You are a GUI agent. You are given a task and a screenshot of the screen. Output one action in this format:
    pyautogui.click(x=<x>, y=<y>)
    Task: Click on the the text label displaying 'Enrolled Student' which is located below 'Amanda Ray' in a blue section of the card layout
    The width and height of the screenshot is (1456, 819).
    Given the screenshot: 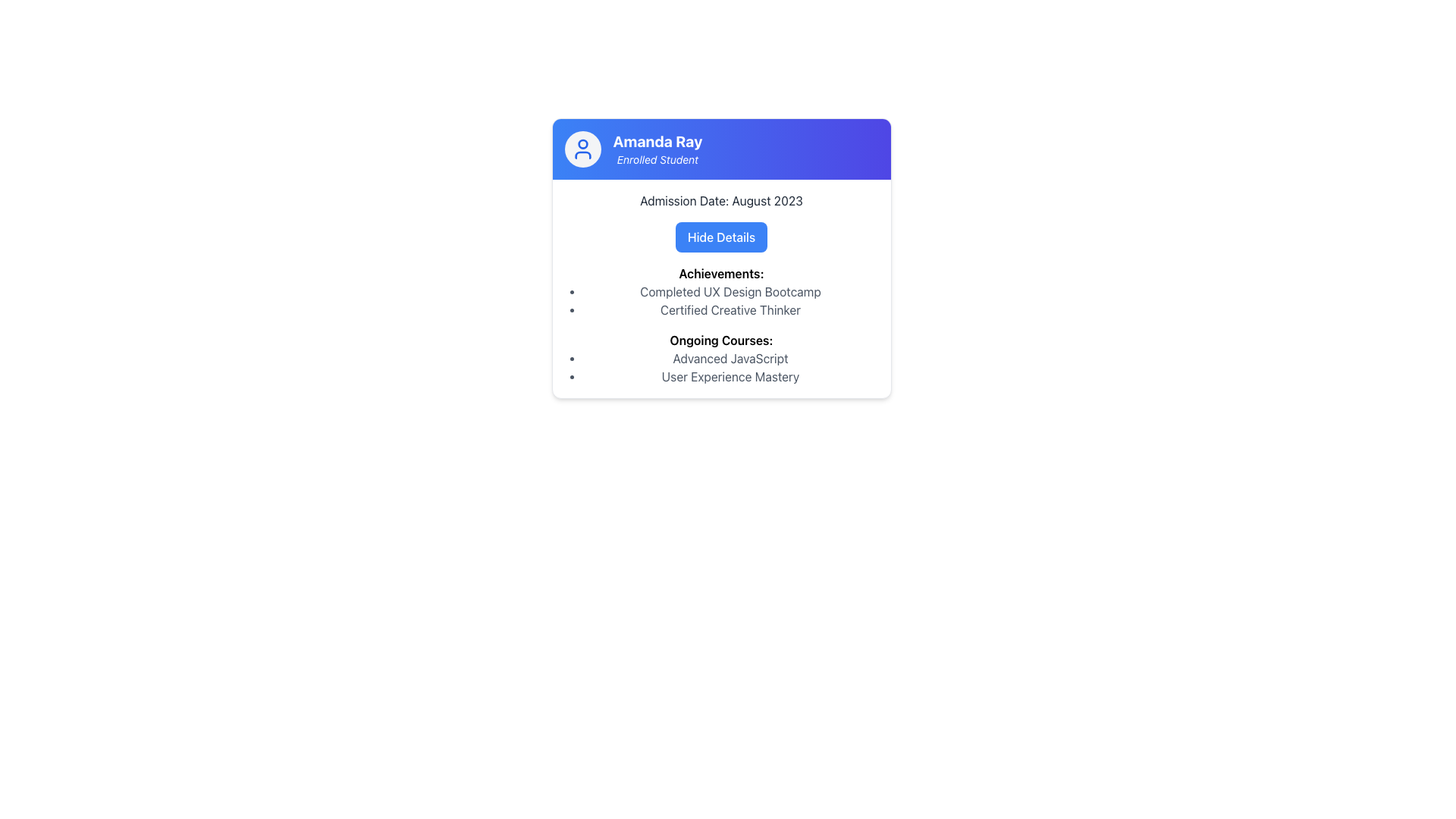 What is the action you would take?
    pyautogui.click(x=657, y=160)
    